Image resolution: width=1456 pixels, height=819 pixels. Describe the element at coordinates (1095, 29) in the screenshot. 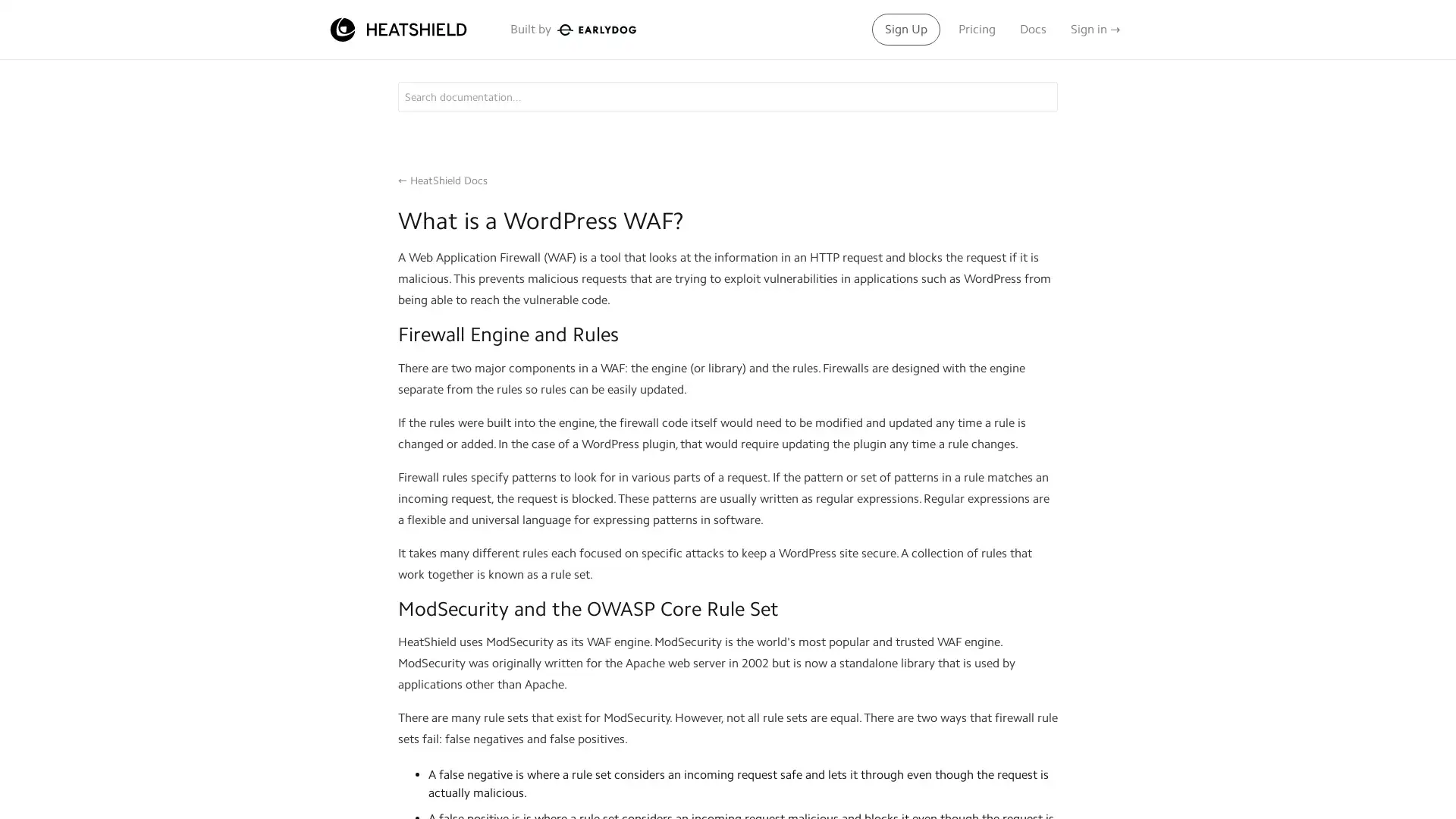

I see `Sign in` at that location.